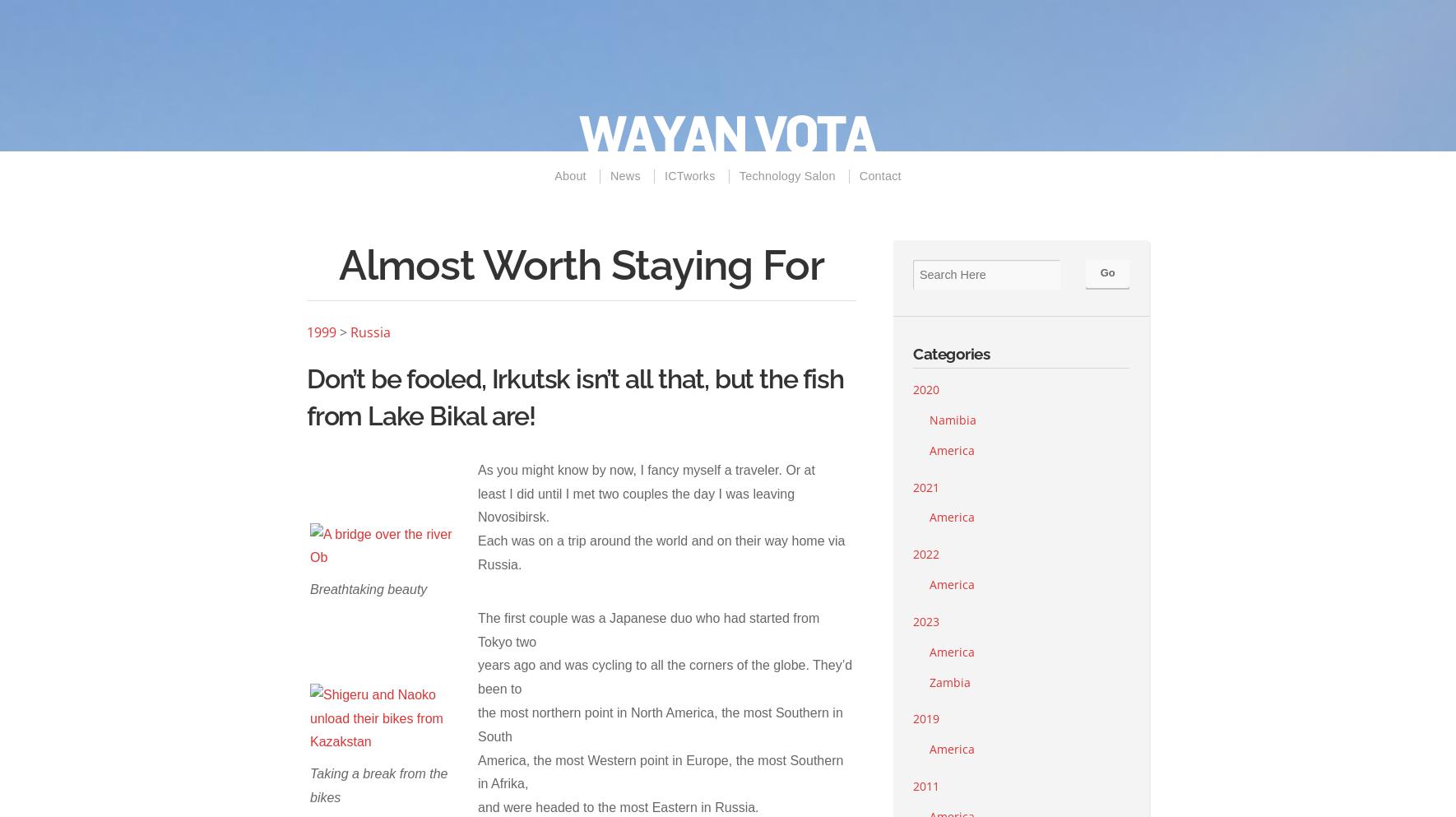 The image size is (1456, 817). Describe the element at coordinates (661, 552) in the screenshot. I see `'Each was on a trip around the world and on their way home via Russia.'` at that location.